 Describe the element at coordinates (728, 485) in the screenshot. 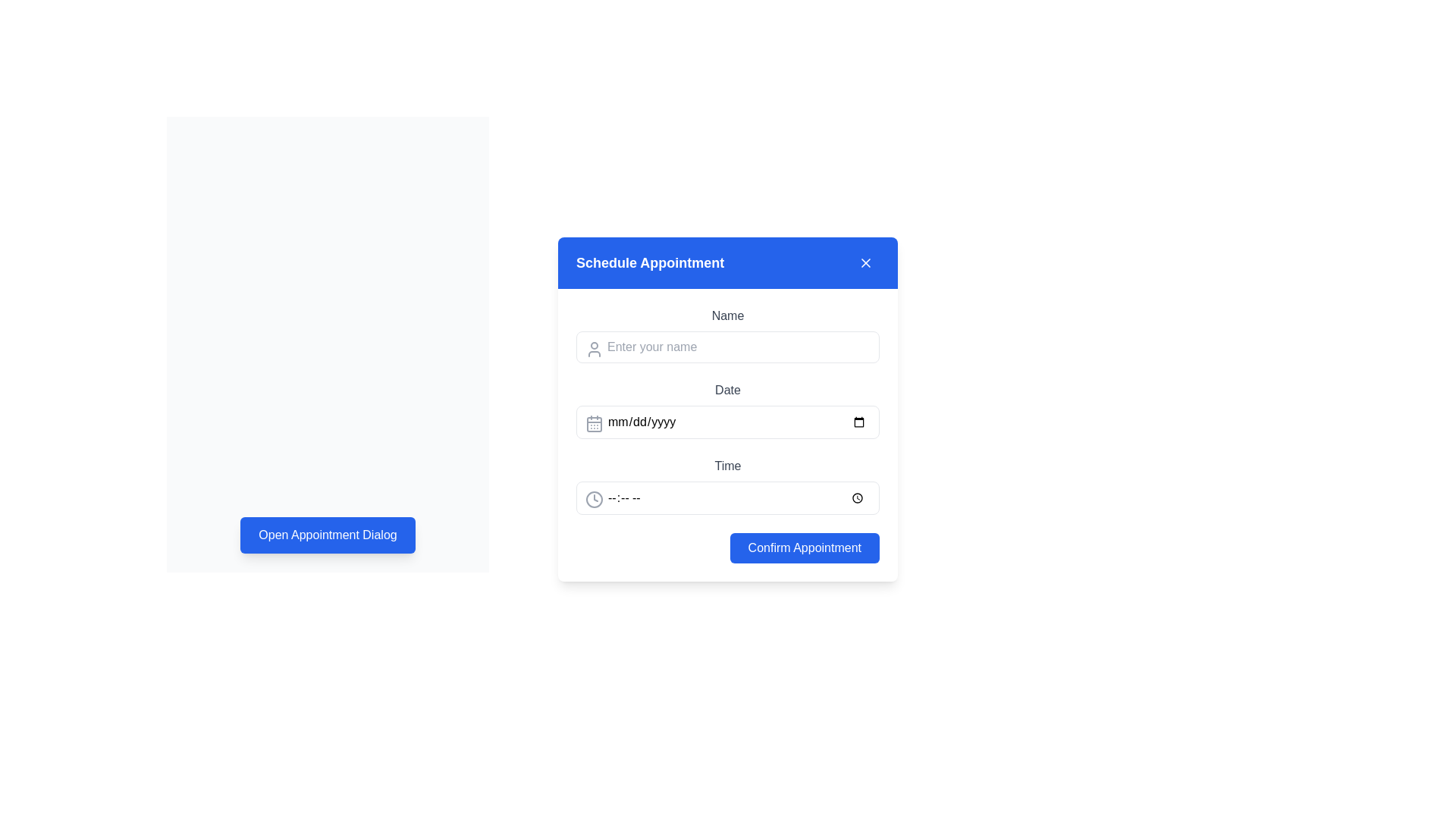

I see `the Time picker component located in the Schedule Appointment dialog` at that location.